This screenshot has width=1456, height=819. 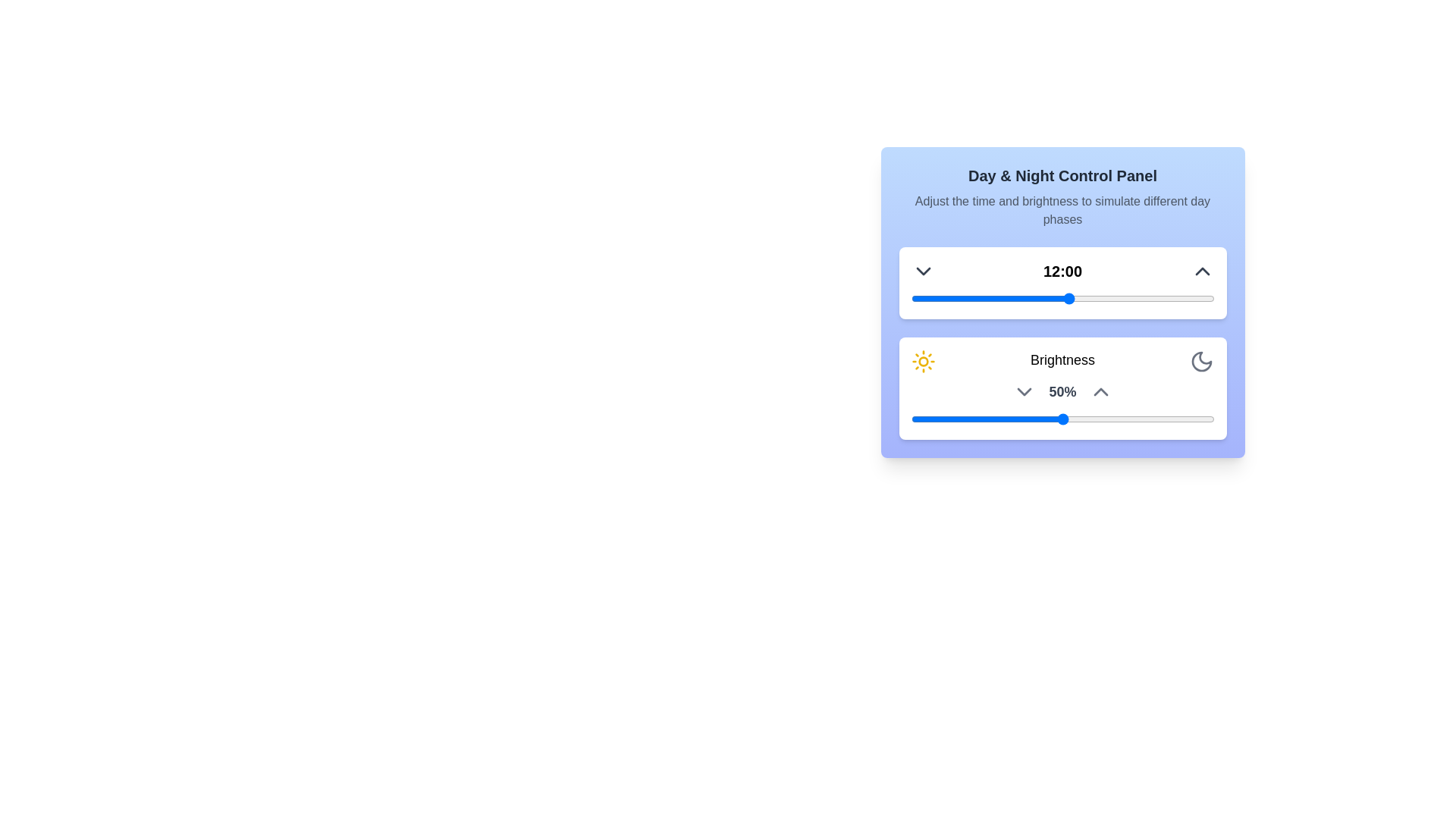 I want to click on the time, so click(x=1095, y=298).